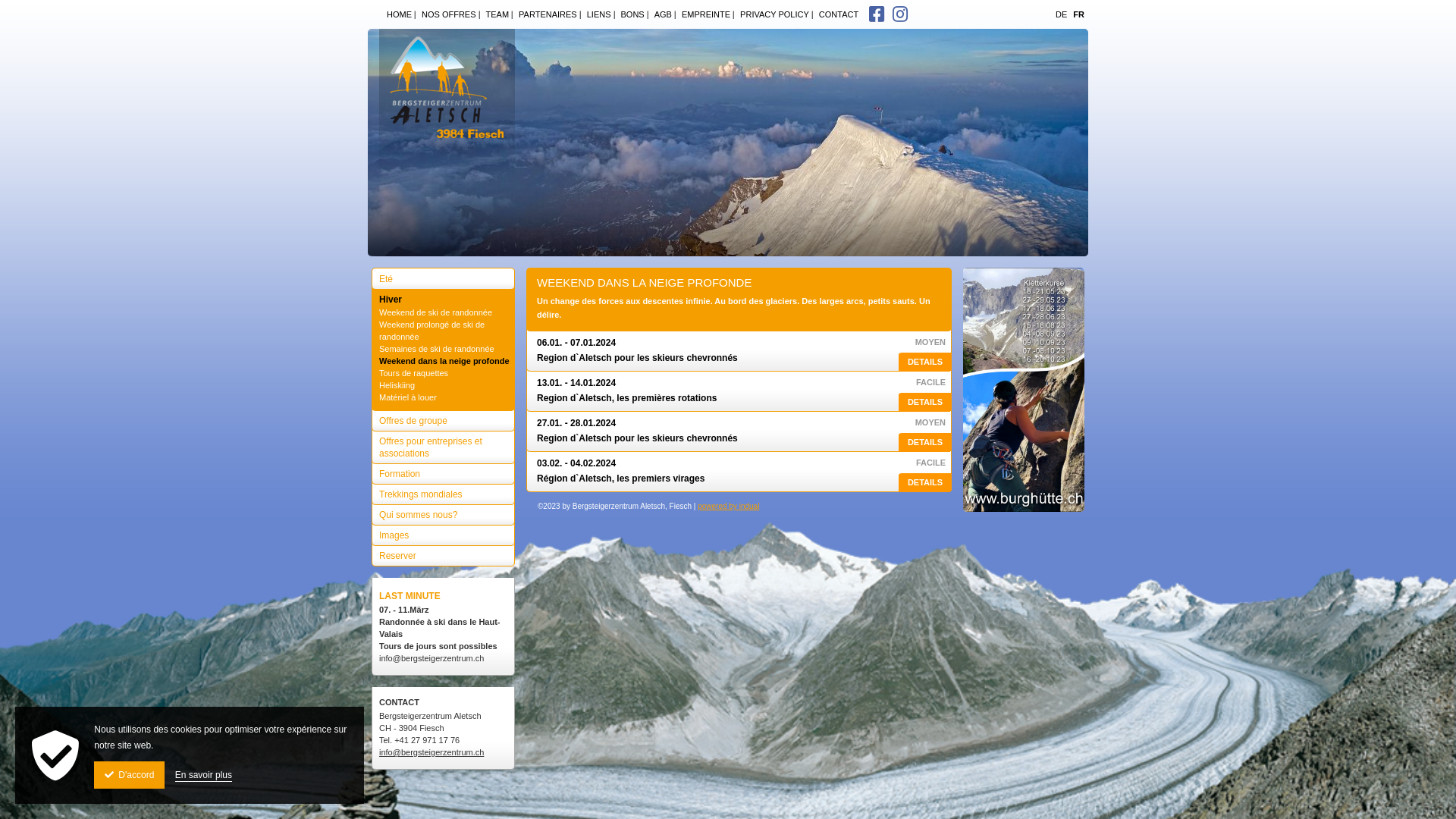 The width and height of the screenshot is (1456, 819). I want to click on 'NOS OFFRES', so click(414, 14).